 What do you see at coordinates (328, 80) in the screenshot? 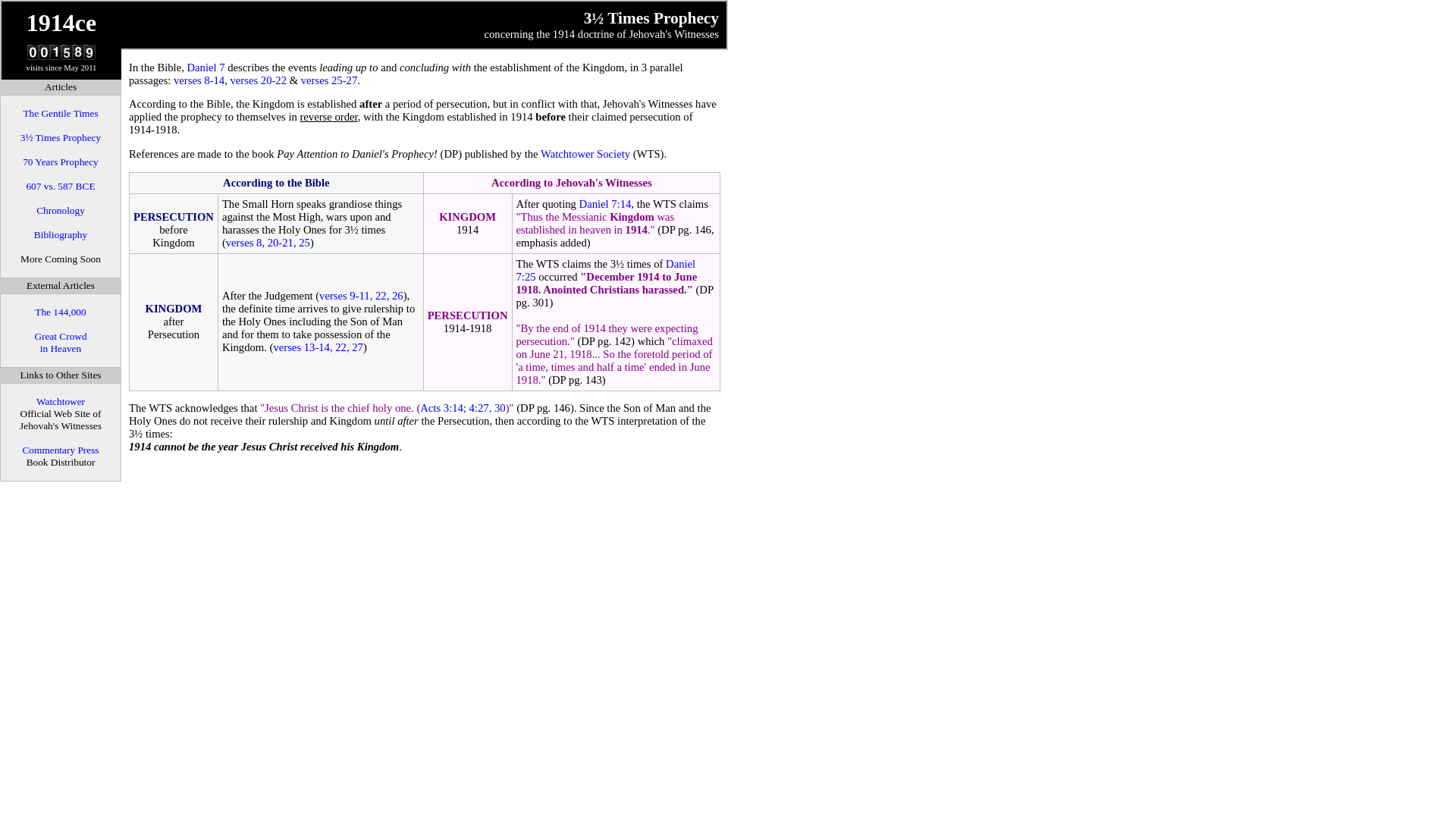
I see `'verses 25-27'` at bounding box center [328, 80].